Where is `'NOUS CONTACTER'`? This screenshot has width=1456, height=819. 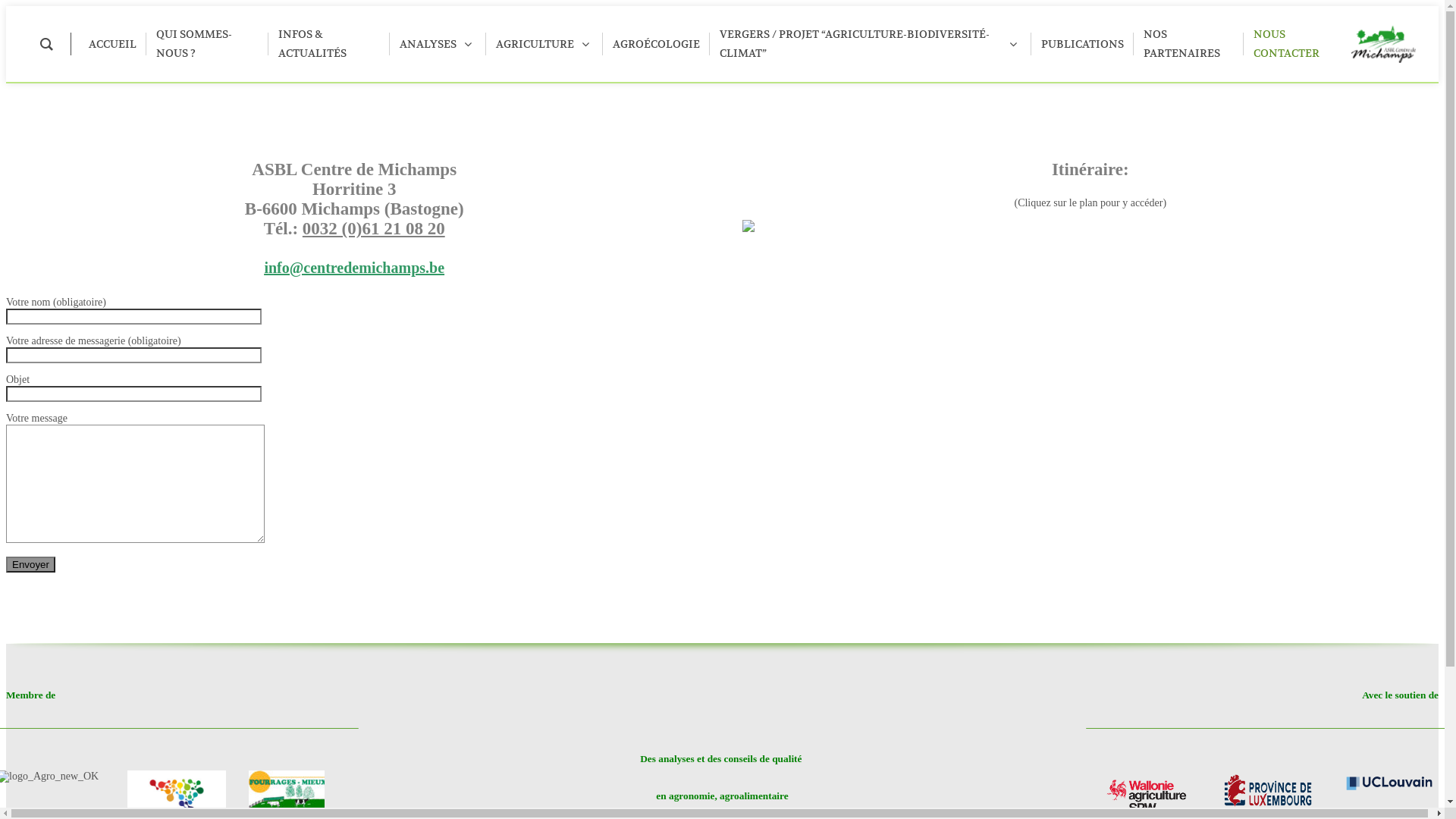
'NOUS CONTACTER' is located at coordinates (1297, 42).